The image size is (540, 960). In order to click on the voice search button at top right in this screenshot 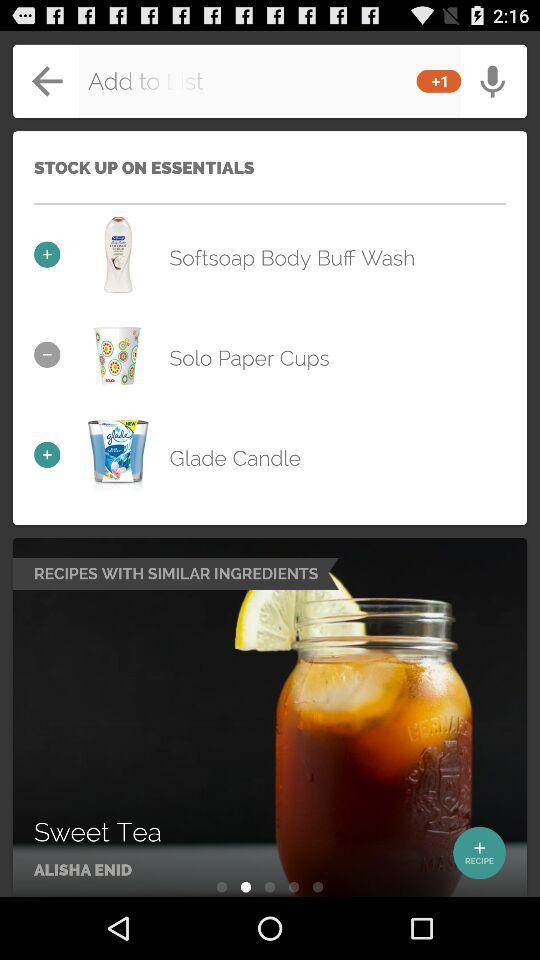, I will do `click(488, 73)`.